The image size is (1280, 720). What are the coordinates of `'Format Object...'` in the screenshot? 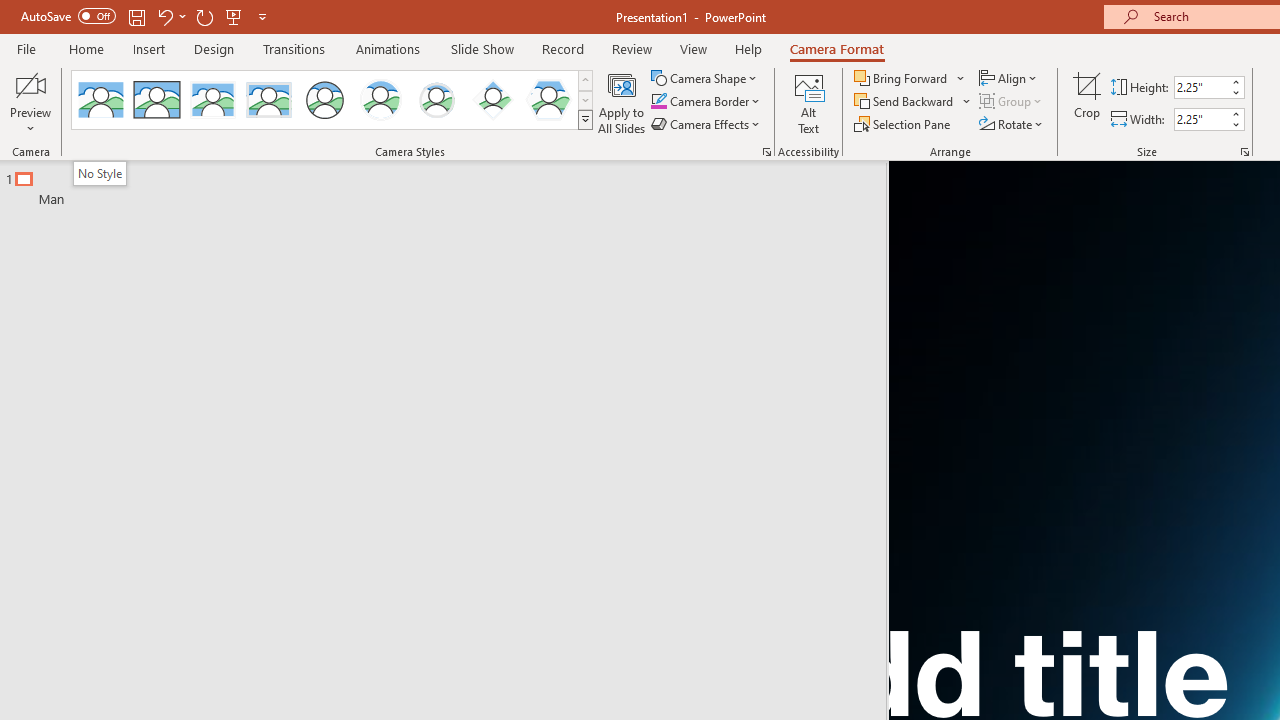 It's located at (765, 150).